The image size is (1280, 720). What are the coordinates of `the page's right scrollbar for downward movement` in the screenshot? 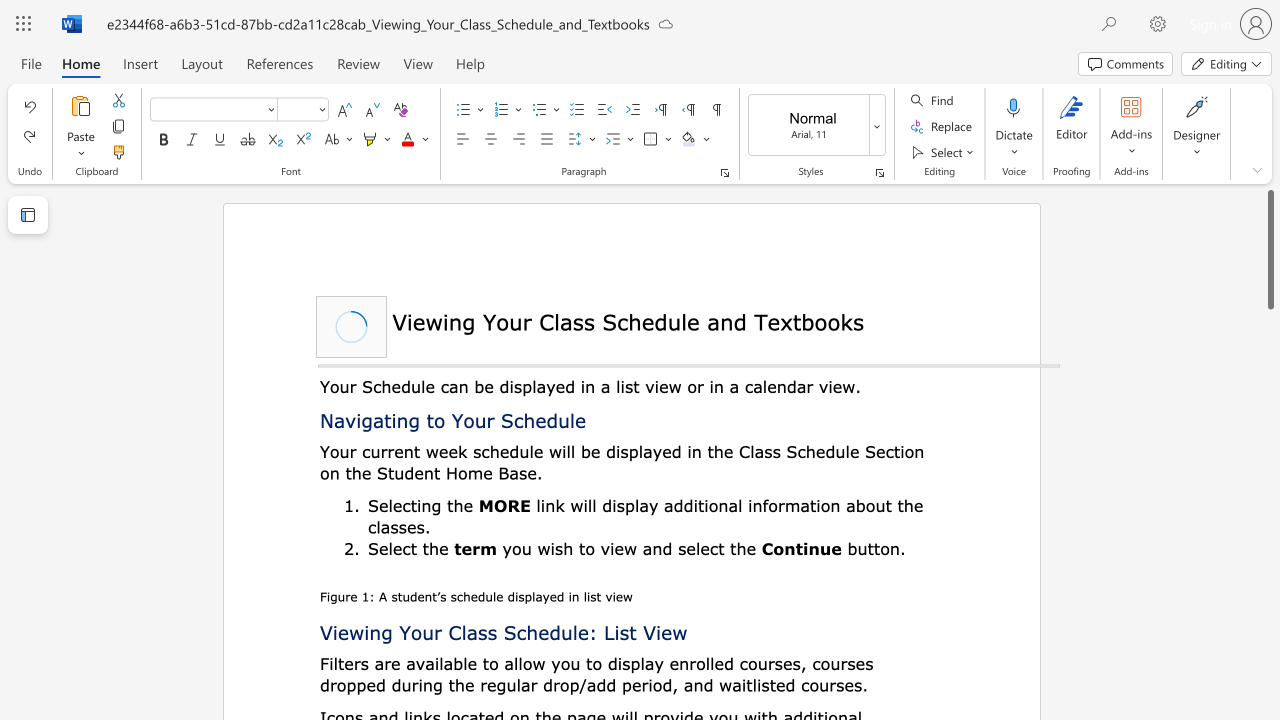 It's located at (1269, 480).